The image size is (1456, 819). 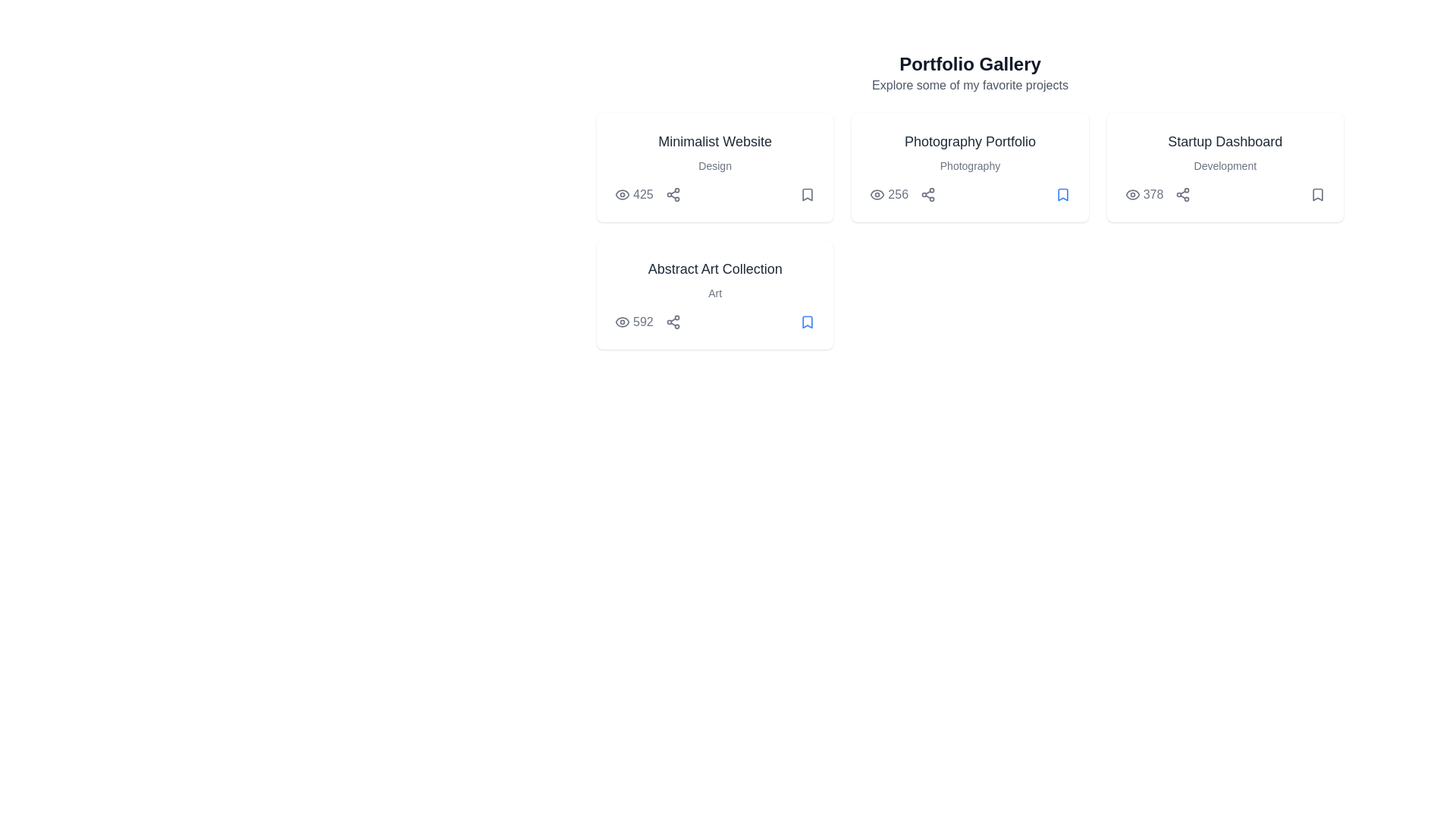 What do you see at coordinates (672, 321) in the screenshot?
I see `the share button located at the bottom-right corner of the 'Abstract Art Collection' card in the 'Portfolio Gallery' section to share the item` at bounding box center [672, 321].